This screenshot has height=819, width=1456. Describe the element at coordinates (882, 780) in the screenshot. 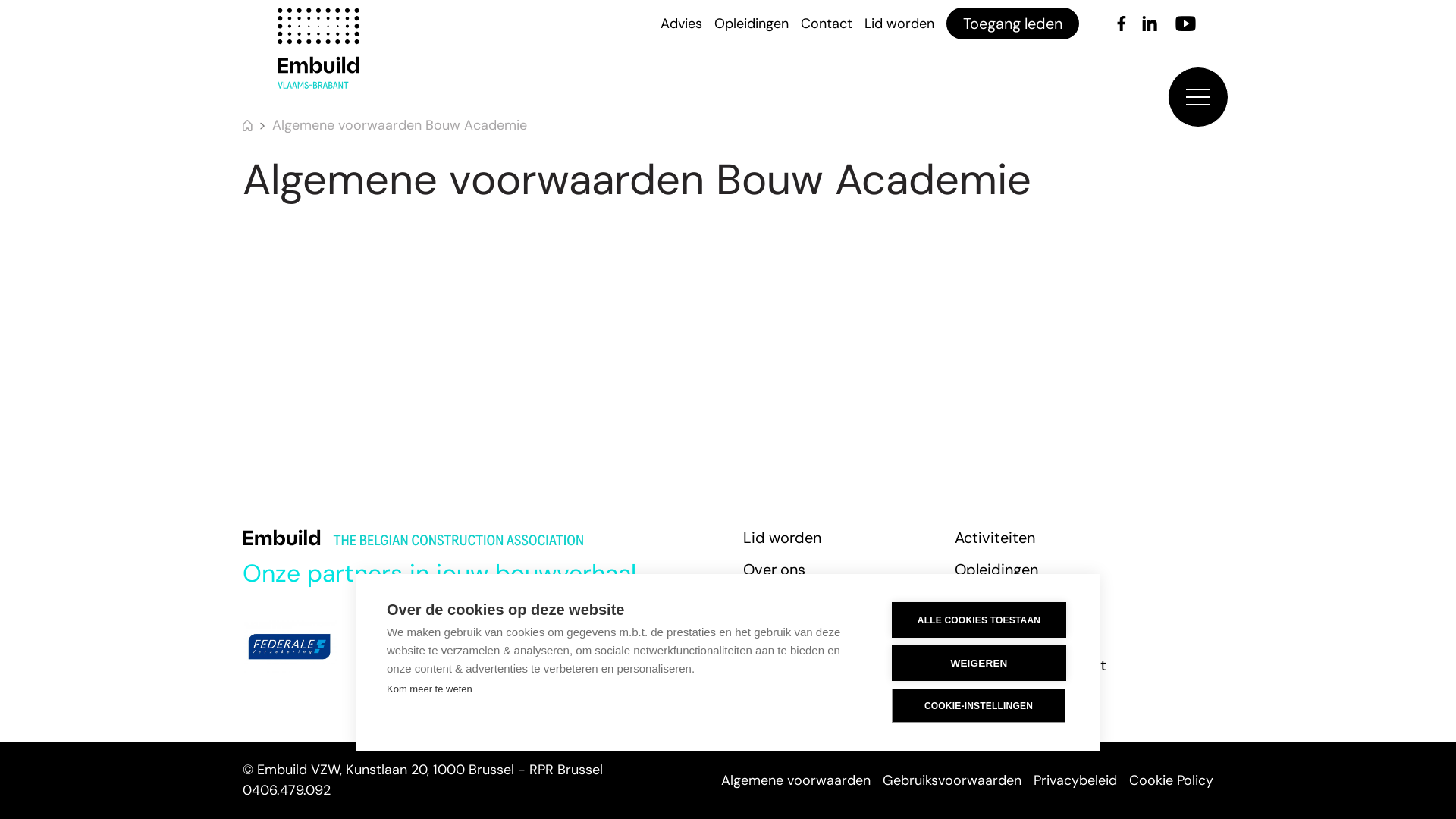

I see `'Gebruiksvoorwaarden'` at that location.